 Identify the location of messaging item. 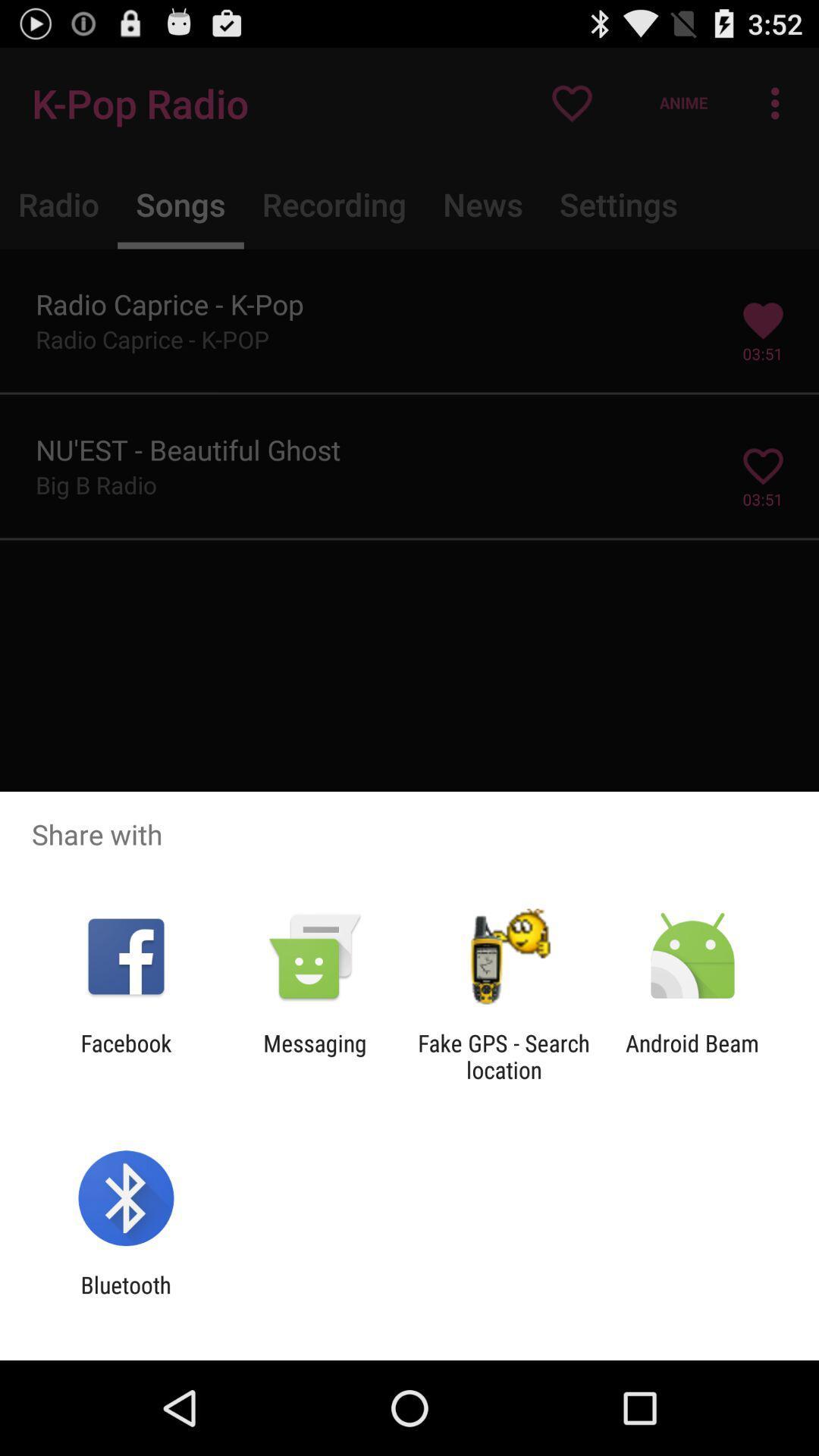
(314, 1056).